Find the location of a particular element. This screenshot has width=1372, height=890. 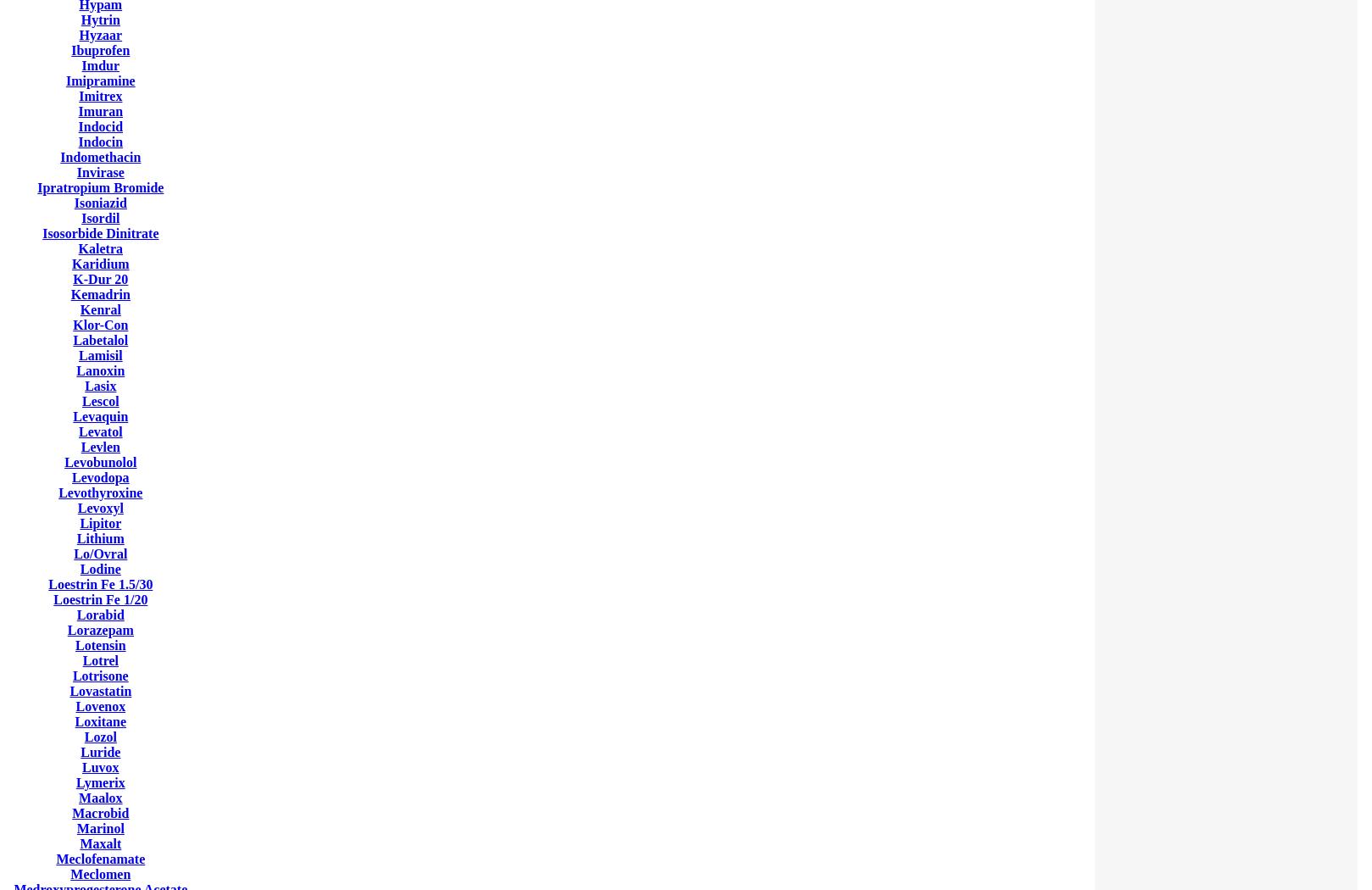

'Ipratropium Bromide' is located at coordinates (100, 186).